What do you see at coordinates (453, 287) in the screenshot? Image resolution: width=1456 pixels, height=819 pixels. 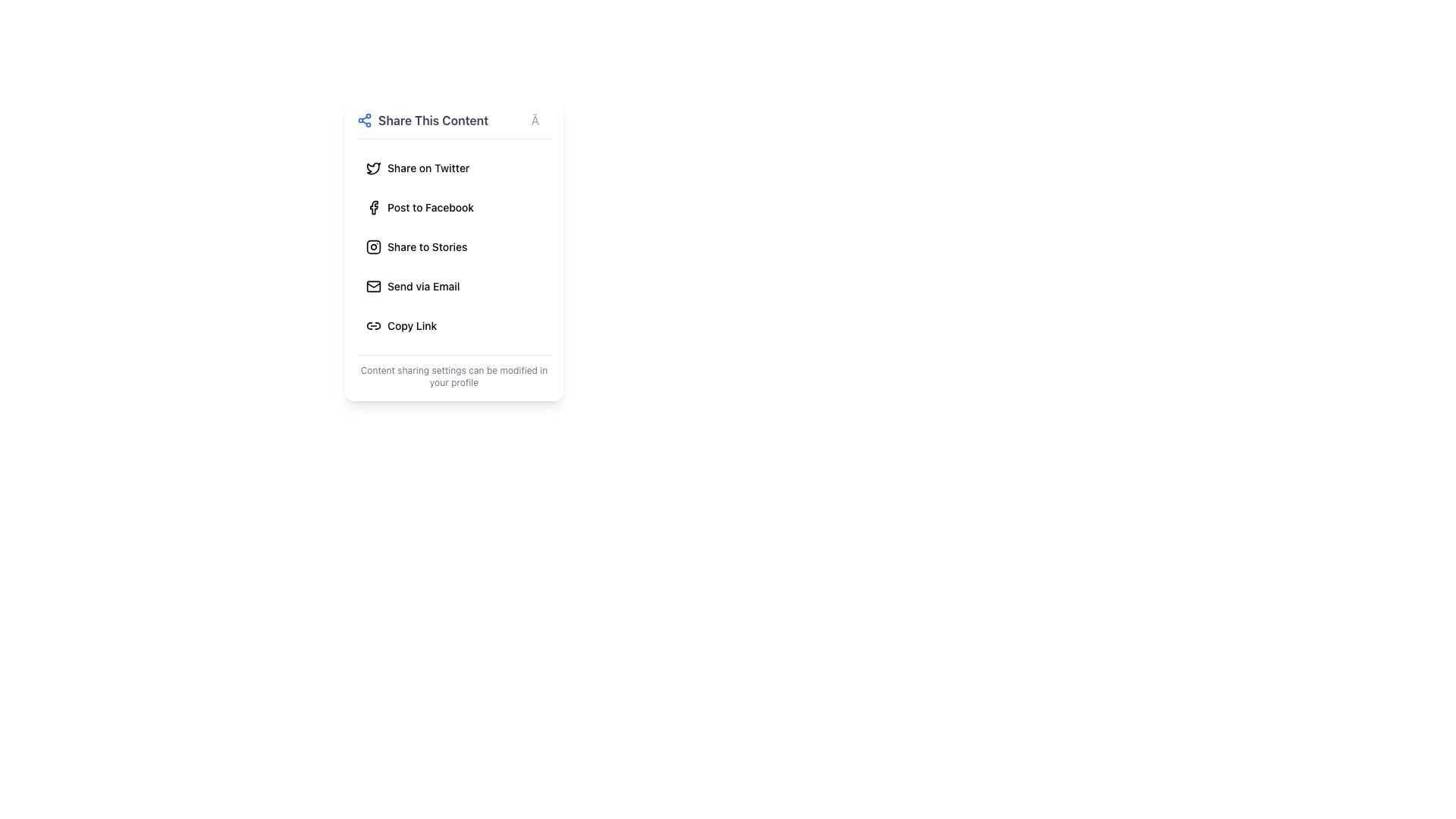 I see `keyboard navigation` at bounding box center [453, 287].